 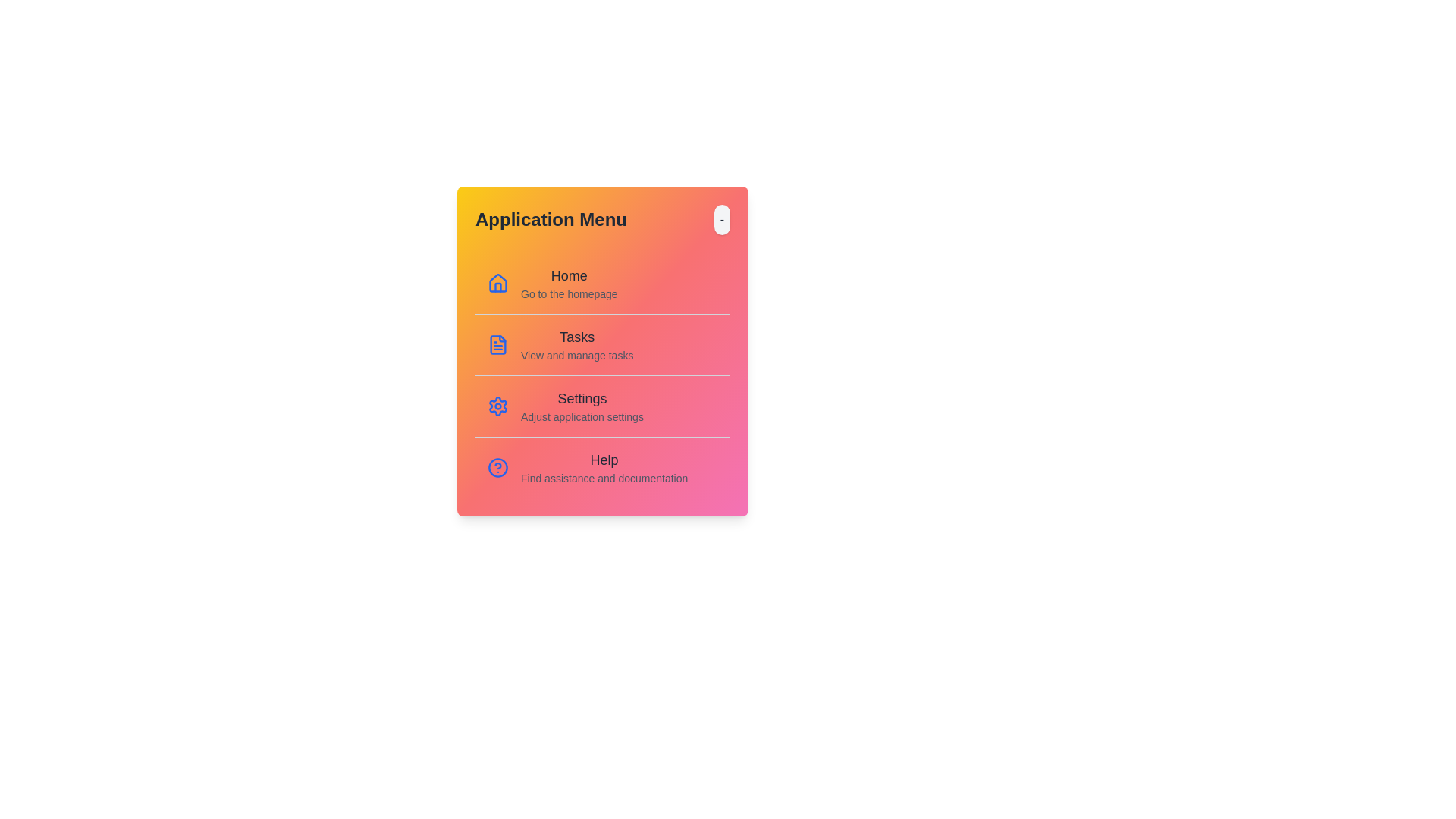 What do you see at coordinates (602, 405) in the screenshot?
I see `the menu item corresponding to Settings` at bounding box center [602, 405].